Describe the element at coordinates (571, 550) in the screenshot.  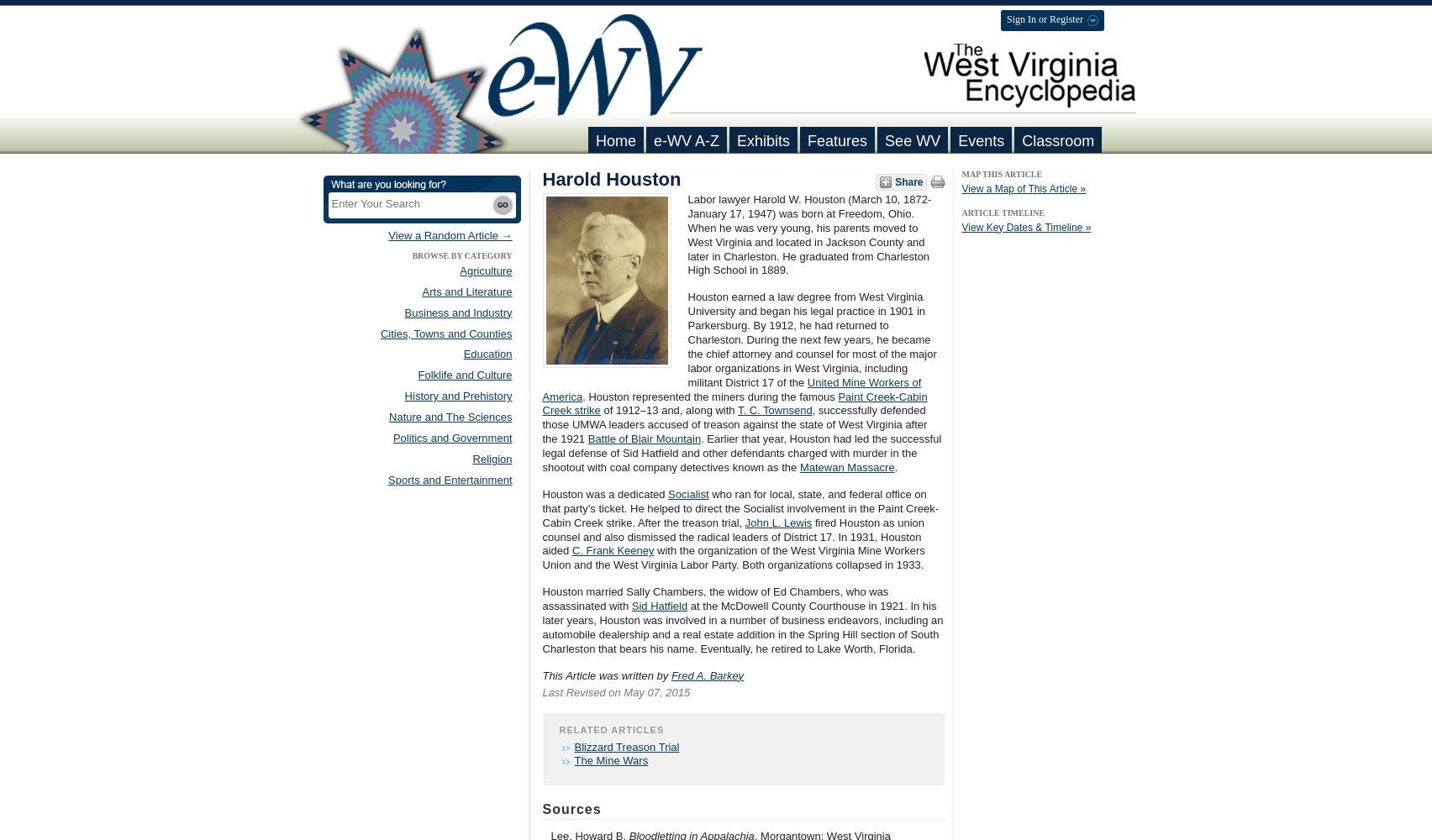
I see `'C. Frank Keeney'` at that location.